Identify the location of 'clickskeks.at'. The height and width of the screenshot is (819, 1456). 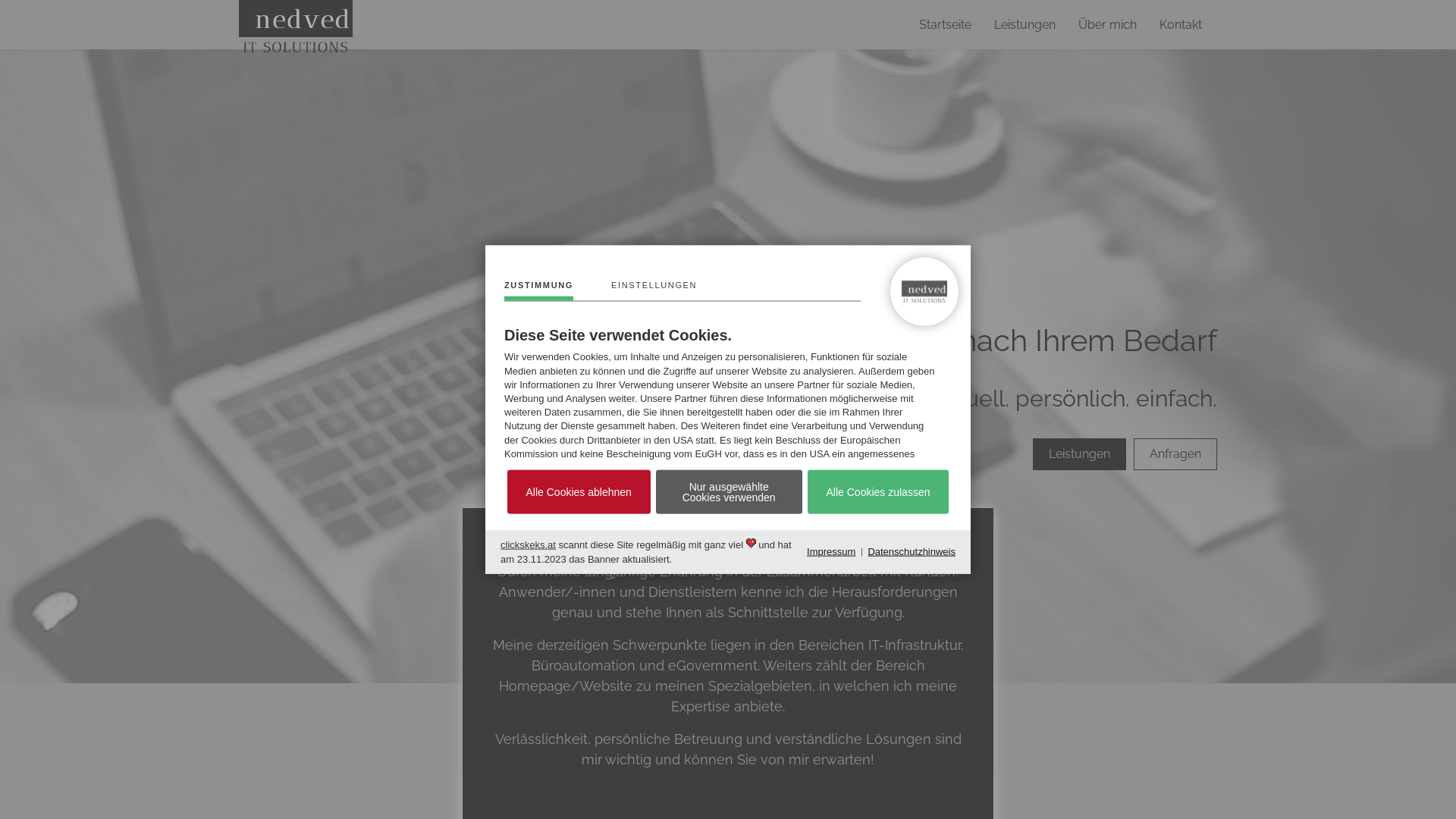
(528, 544).